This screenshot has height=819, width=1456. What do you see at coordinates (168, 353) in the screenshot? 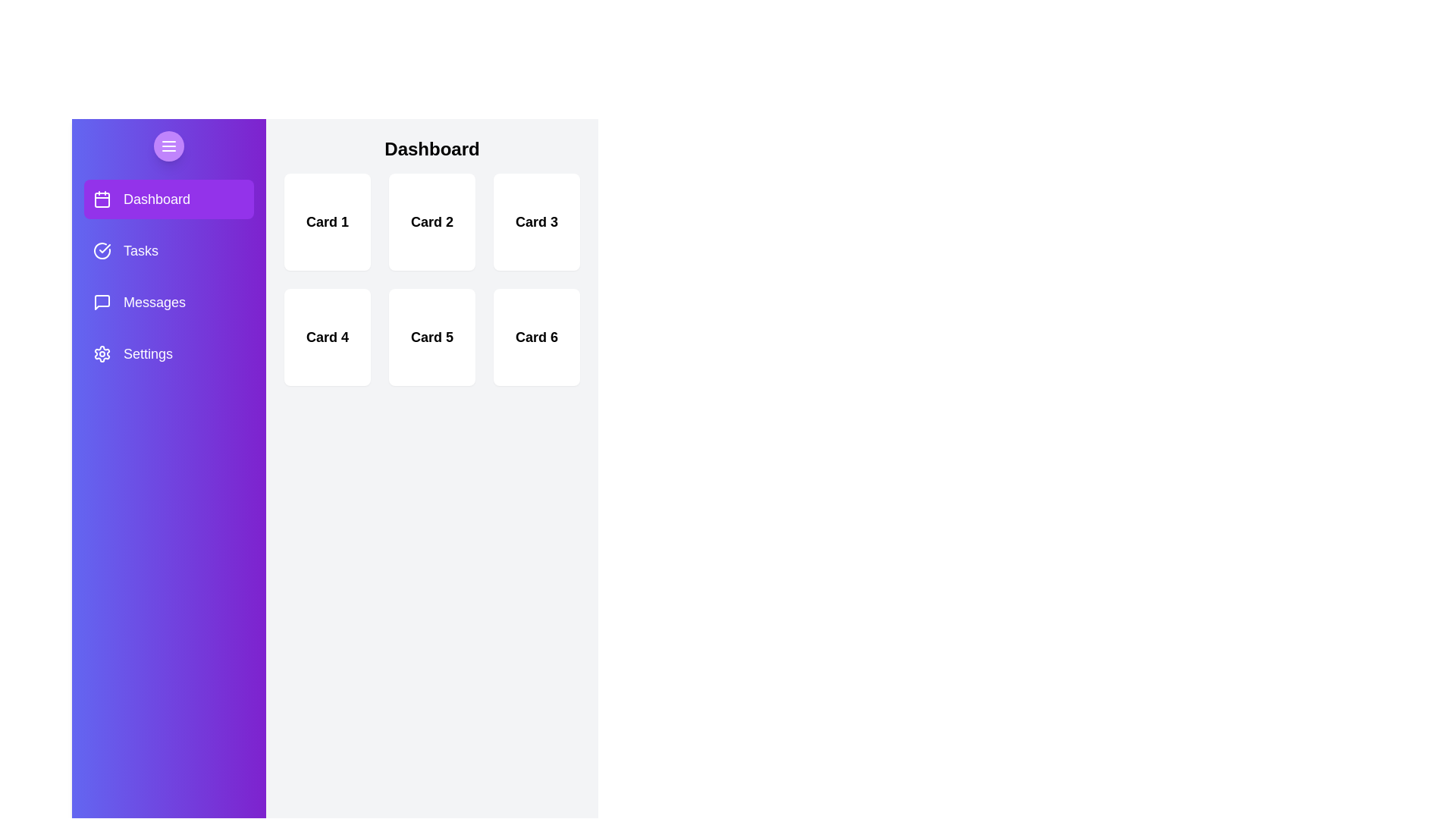
I see `the sidebar menu section labeled Settings` at bounding box center [168, 353].